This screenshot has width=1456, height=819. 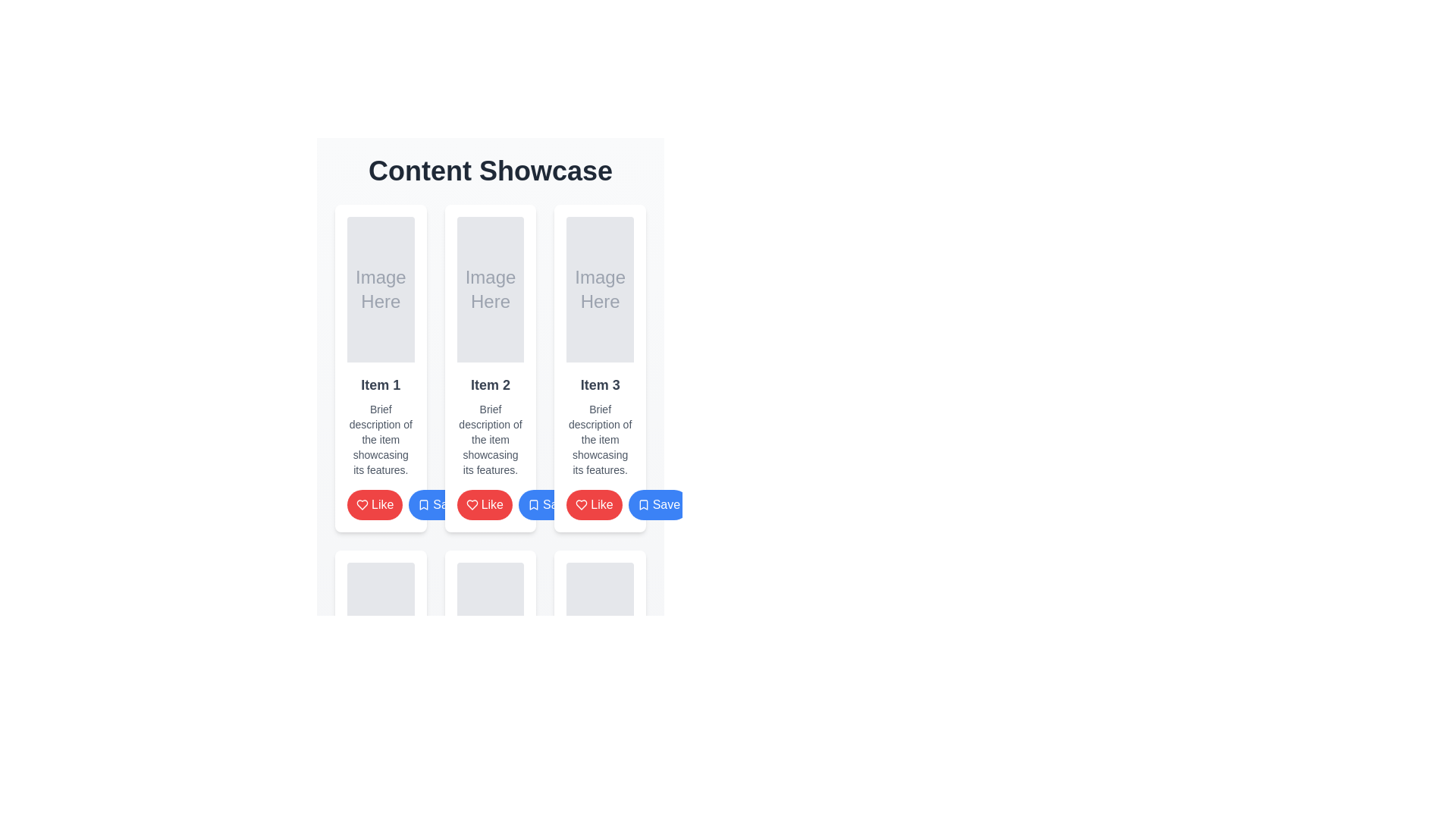 I want to click on text from the Text label that serves as a title or identifier for the associated content in the card layout, positioned beneath the 'Image Here' placeholder, so click(x=381, y=384).